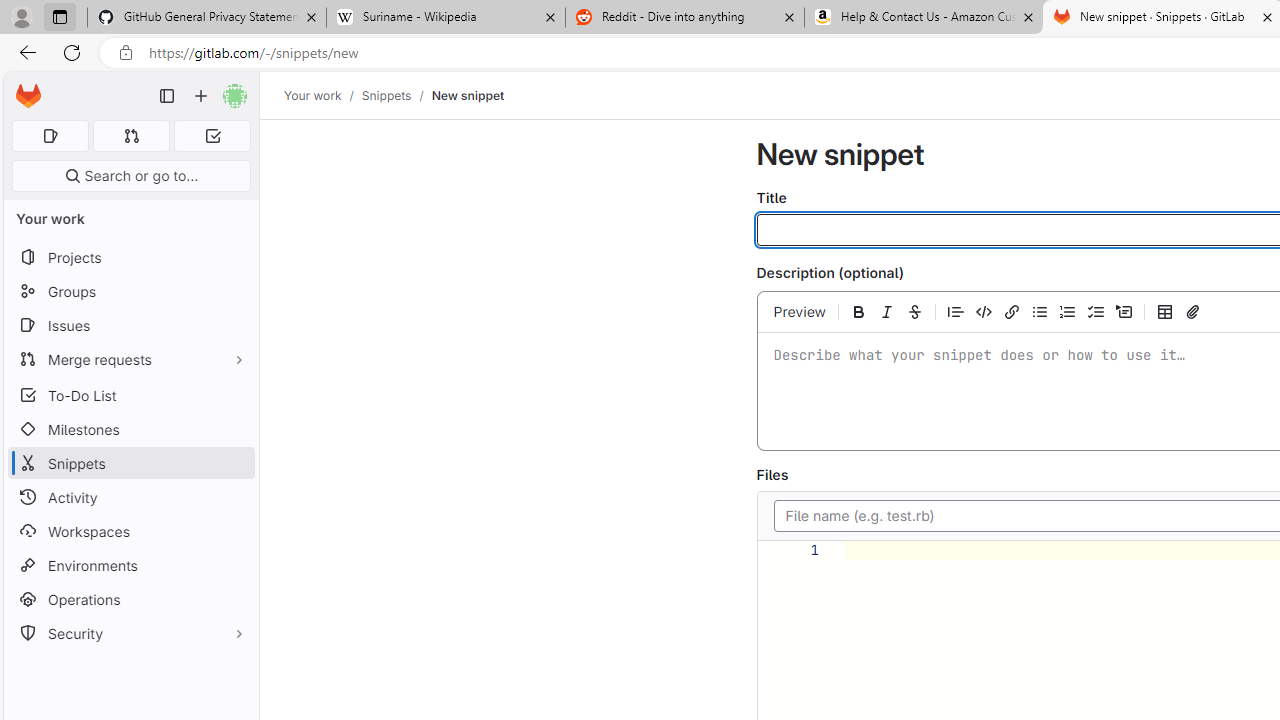  I want to click on 'Projects', so click(130, 256).